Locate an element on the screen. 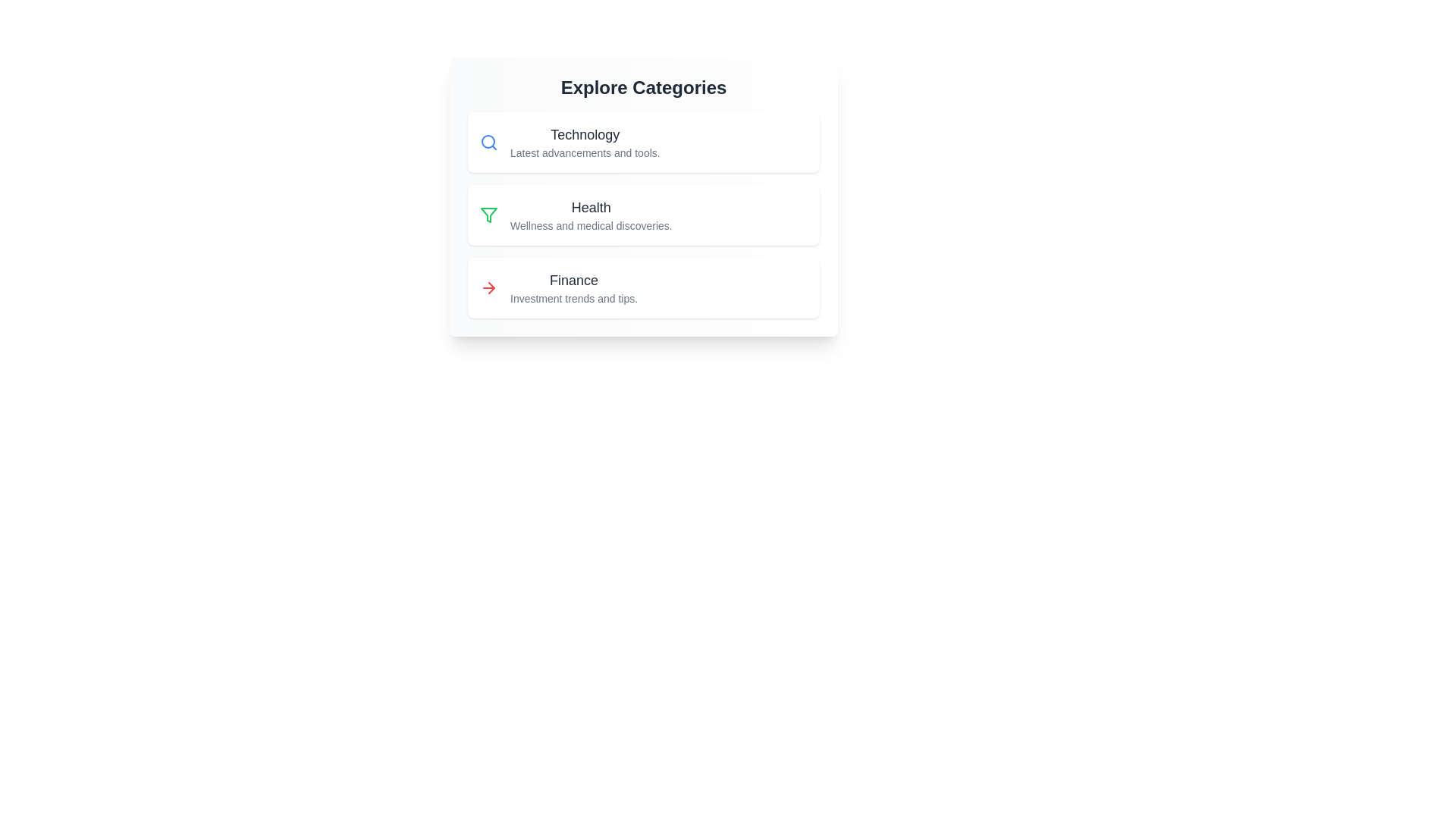  the category Technology to observe its hover effects is located at coordinates (644, 143).